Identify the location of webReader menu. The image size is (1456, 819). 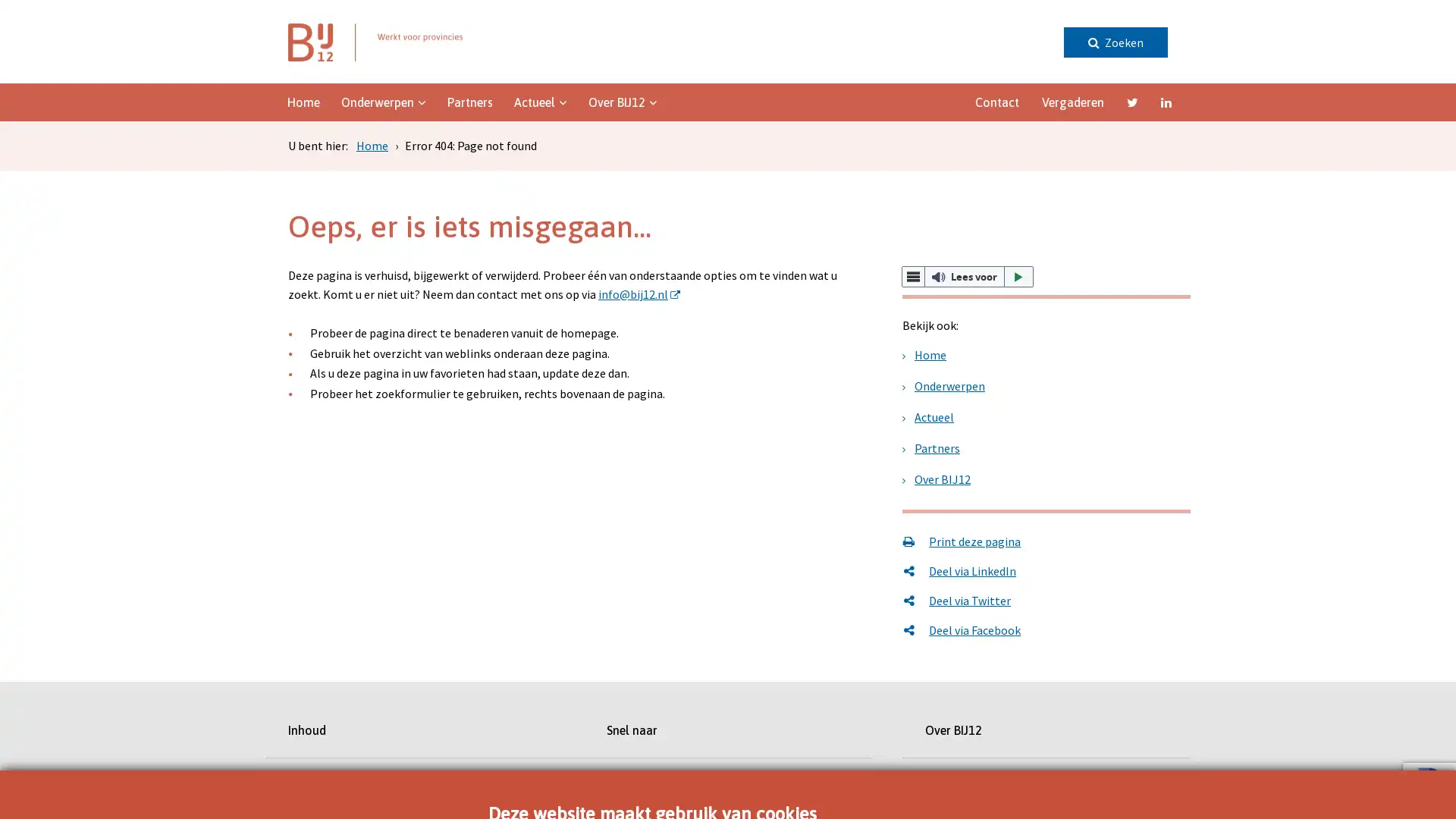
(912, 277).